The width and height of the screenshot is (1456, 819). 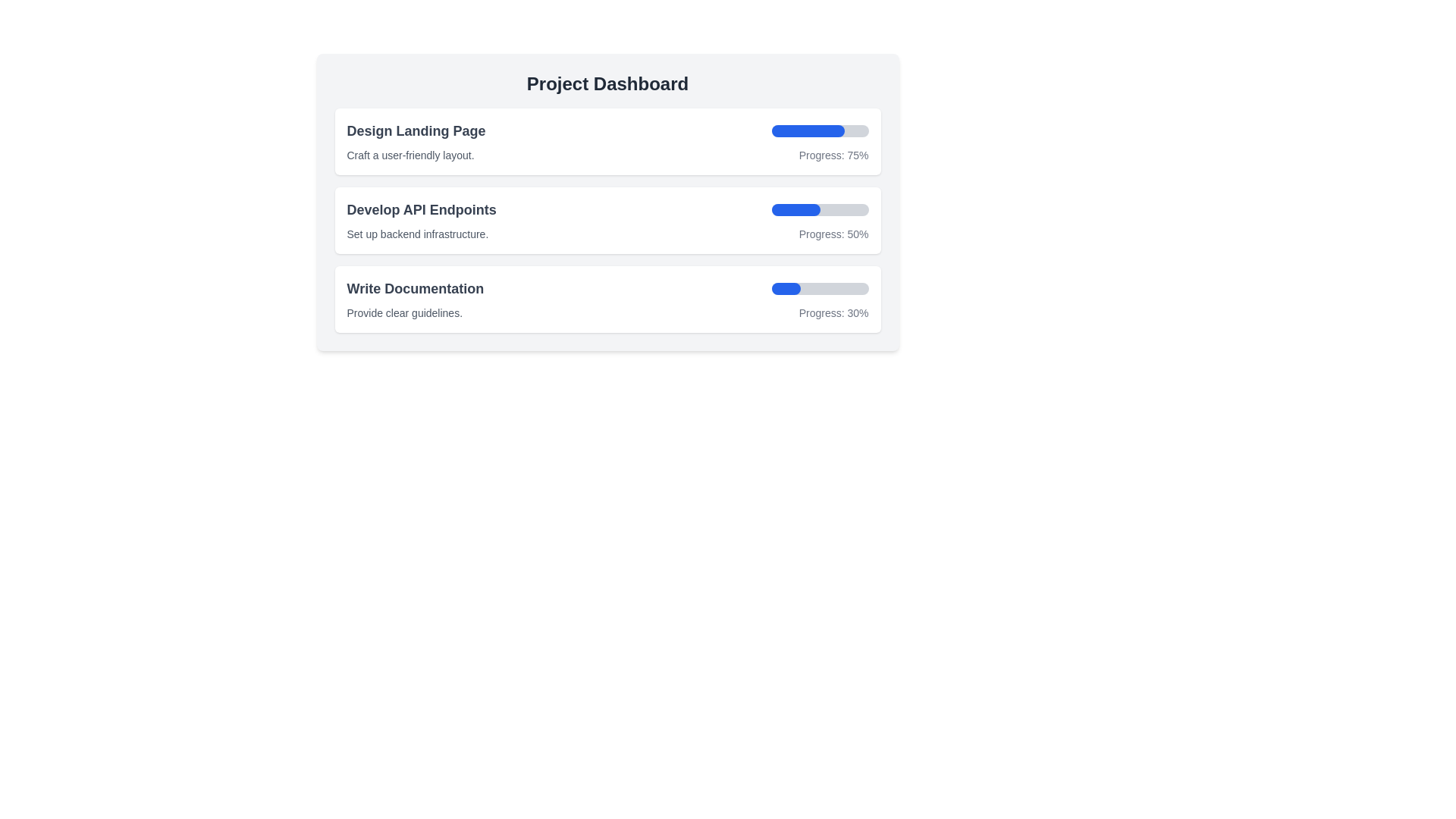 I want to click on contents of the progress tracker for the task 'Develop API Endpoints', which is the second item under the 'Project Dashboard' section, so click(x=607, y=201).